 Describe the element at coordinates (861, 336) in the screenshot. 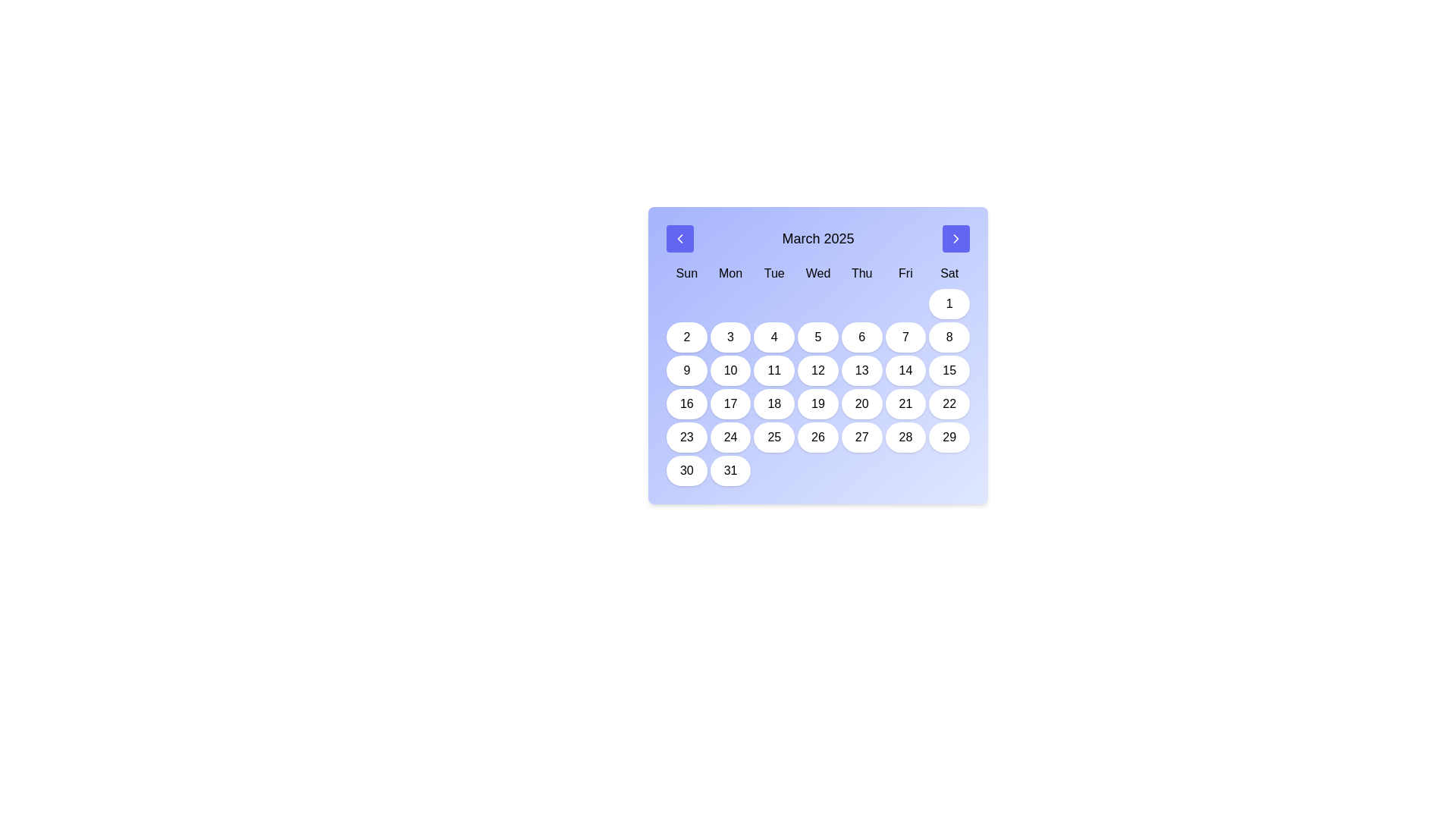

I see `the circular button with a white background and the numeral '6' in black text, located in the second row, sixth column of the grid-based calendar interface` at that location.